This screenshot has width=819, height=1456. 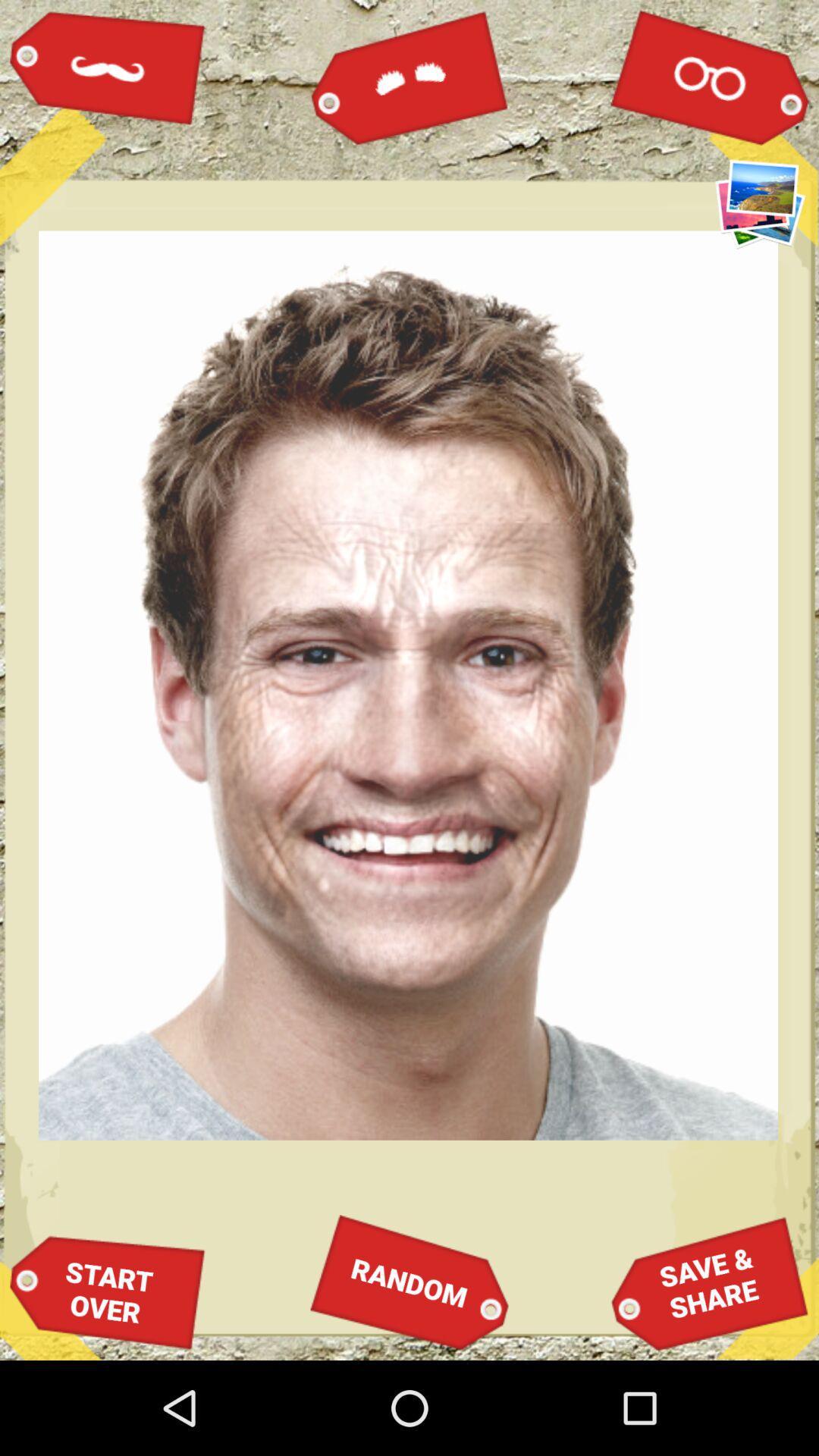 What do you see at coordinates (107, 1291) in the screenshot?
I see `the icon next to random icon` at bounding box center [107, 1291].